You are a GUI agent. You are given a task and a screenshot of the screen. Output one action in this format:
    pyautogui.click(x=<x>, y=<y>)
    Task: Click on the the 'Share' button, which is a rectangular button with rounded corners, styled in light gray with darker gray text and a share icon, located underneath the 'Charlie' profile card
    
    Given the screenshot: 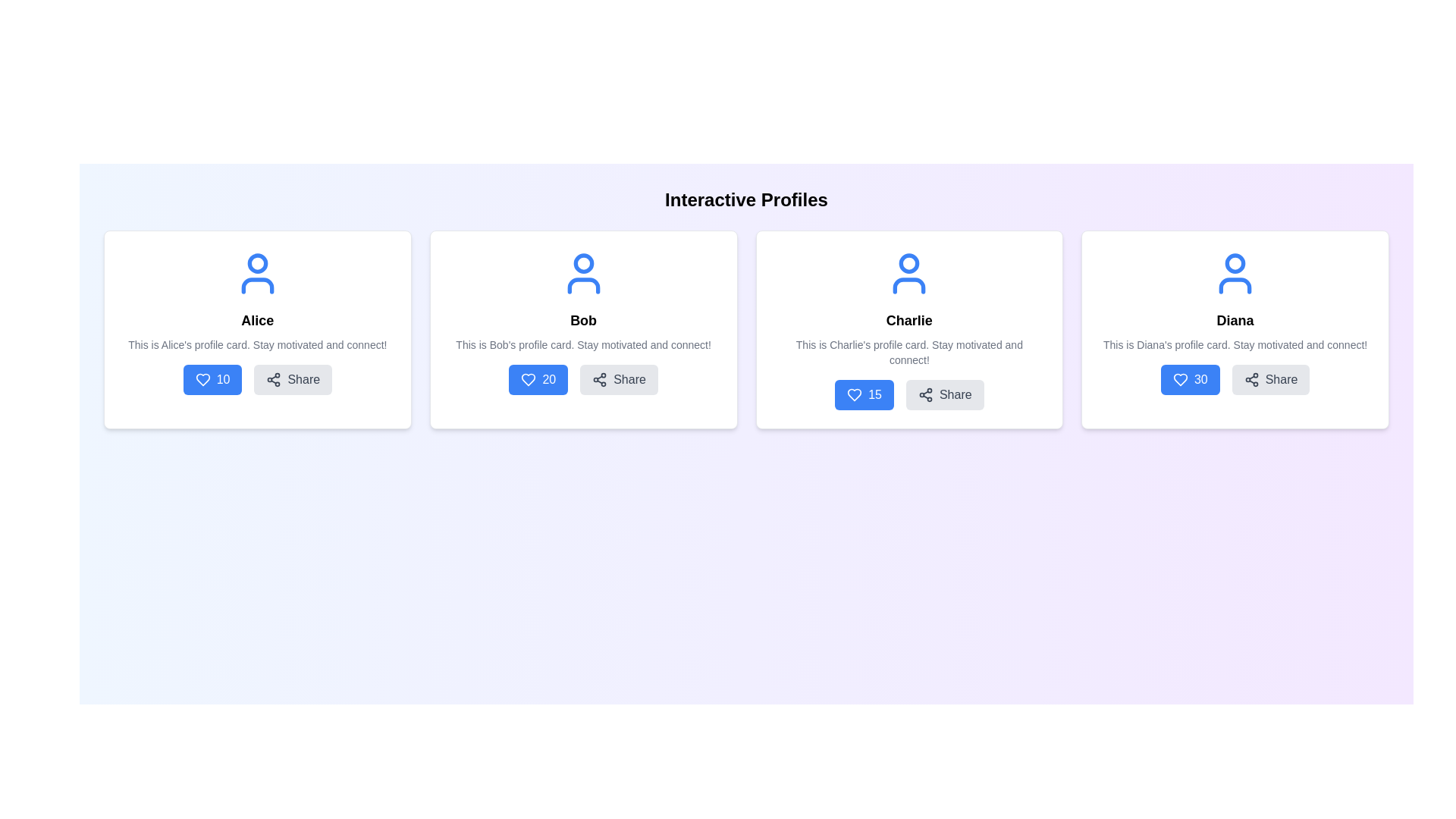 What is the action you would take?
    pyautogui.click(x=944, y=394)
    